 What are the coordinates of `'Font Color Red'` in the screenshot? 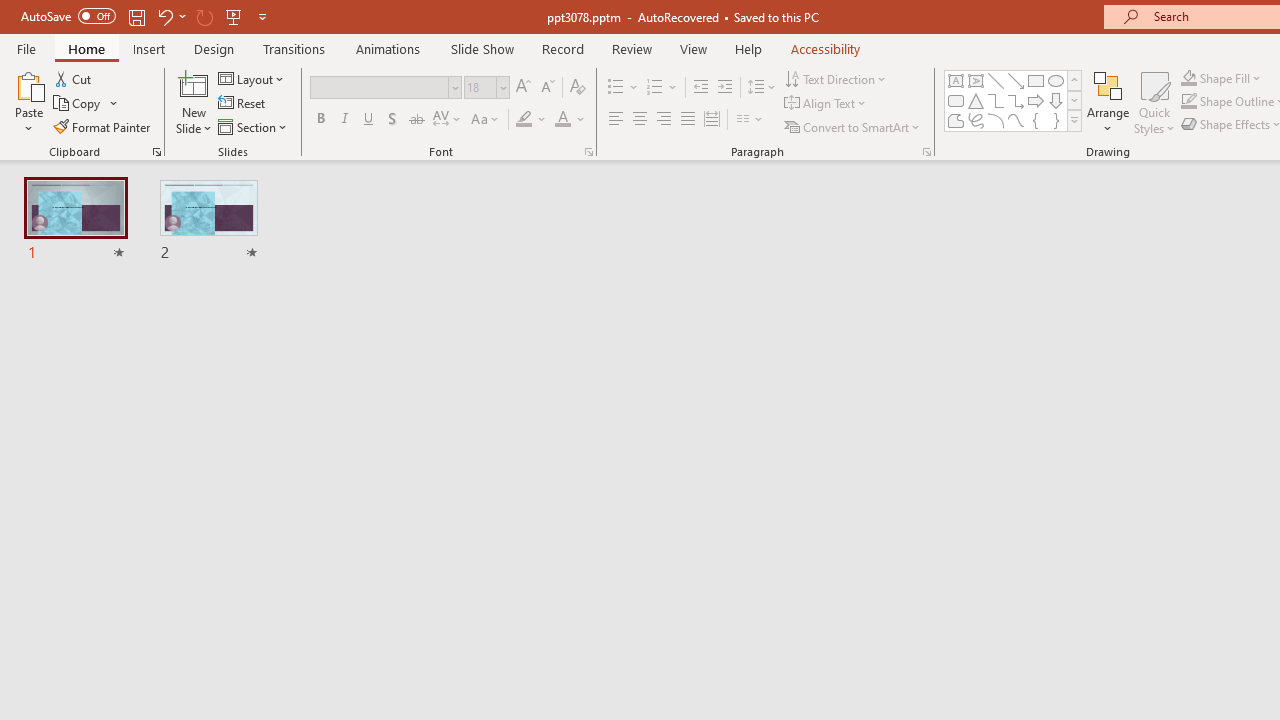 It's located at (561, 119).